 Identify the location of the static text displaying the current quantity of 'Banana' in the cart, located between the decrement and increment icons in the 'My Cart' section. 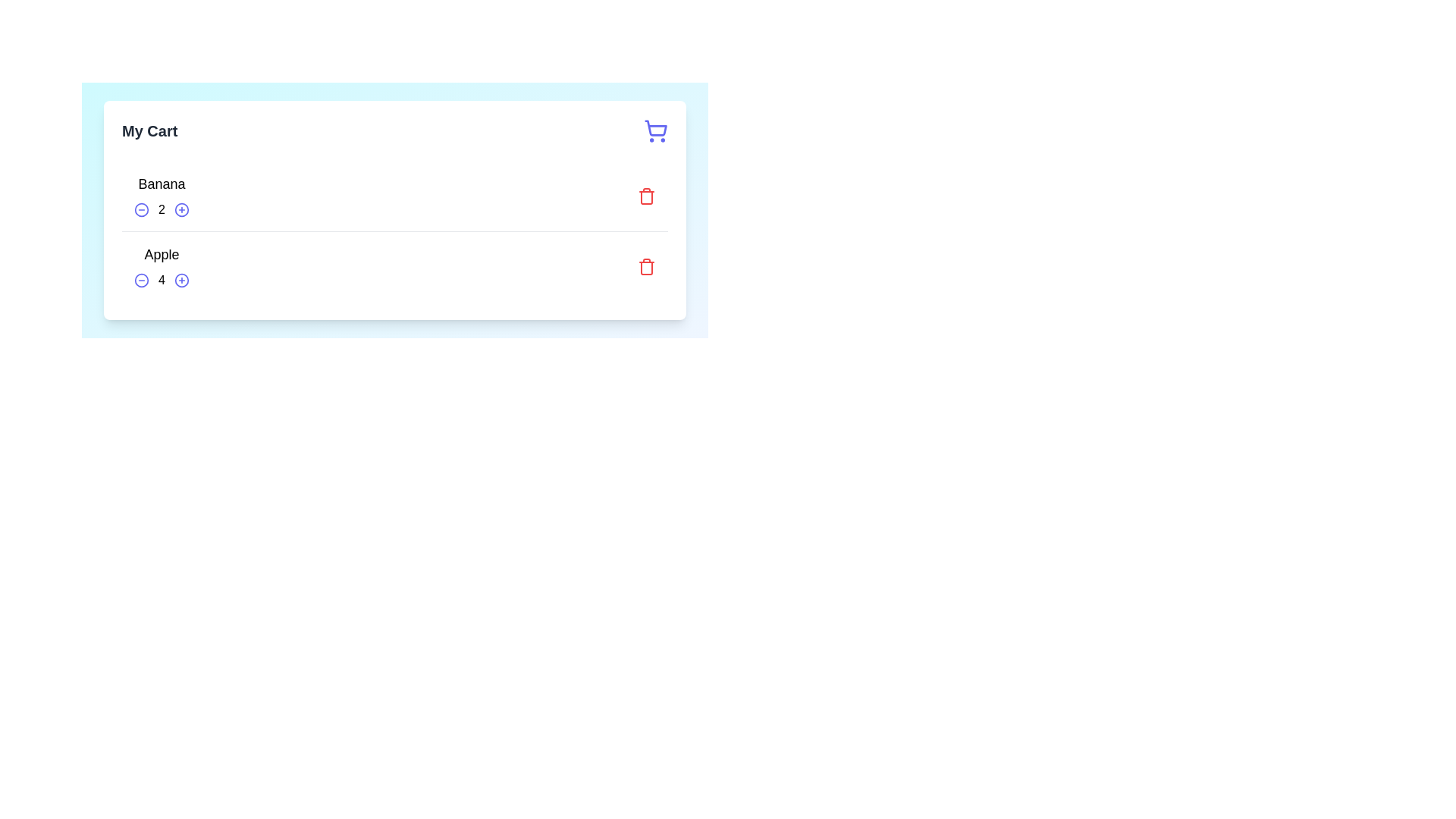
(162, 210).